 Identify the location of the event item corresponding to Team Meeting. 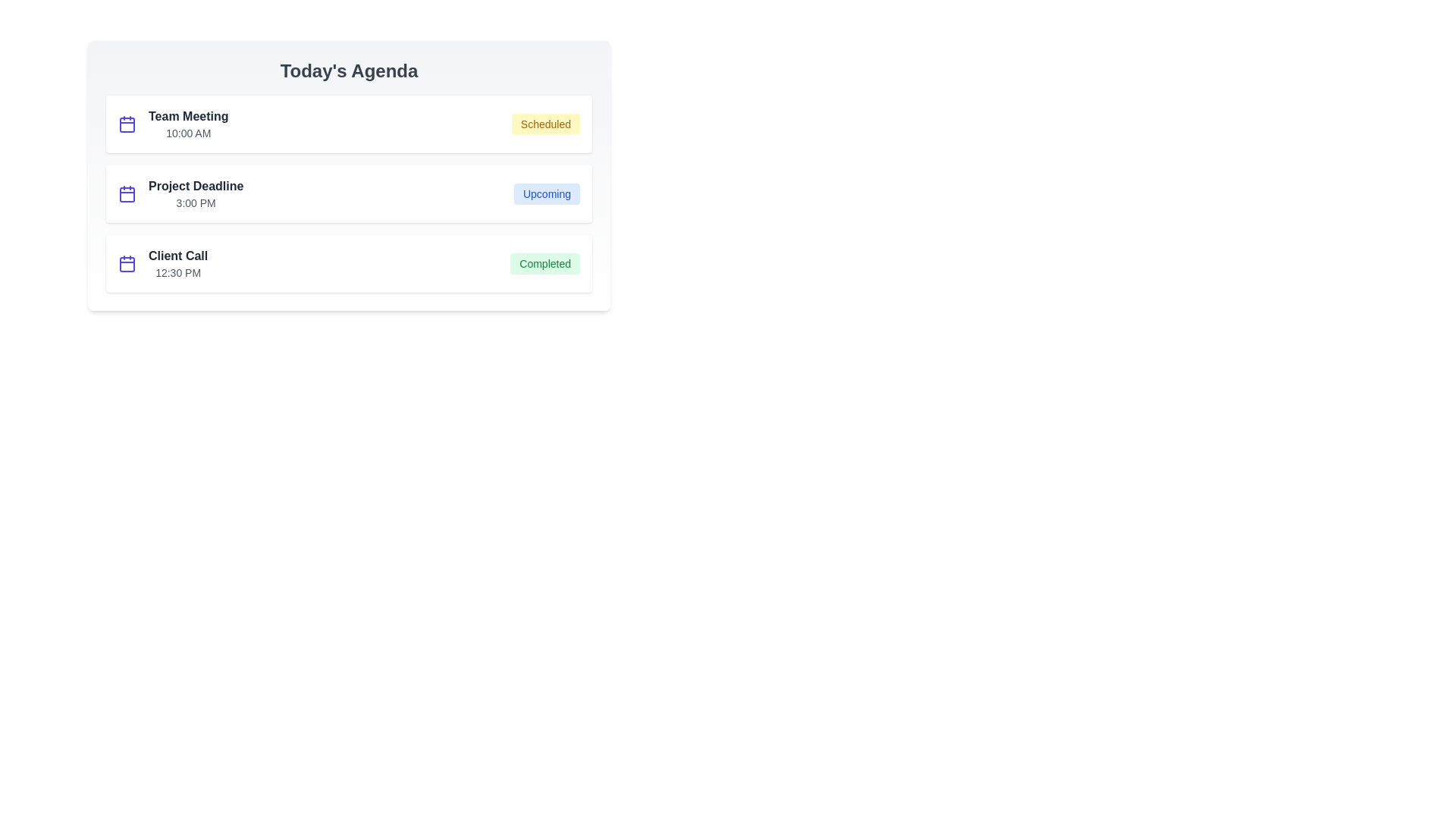
(348, 124).